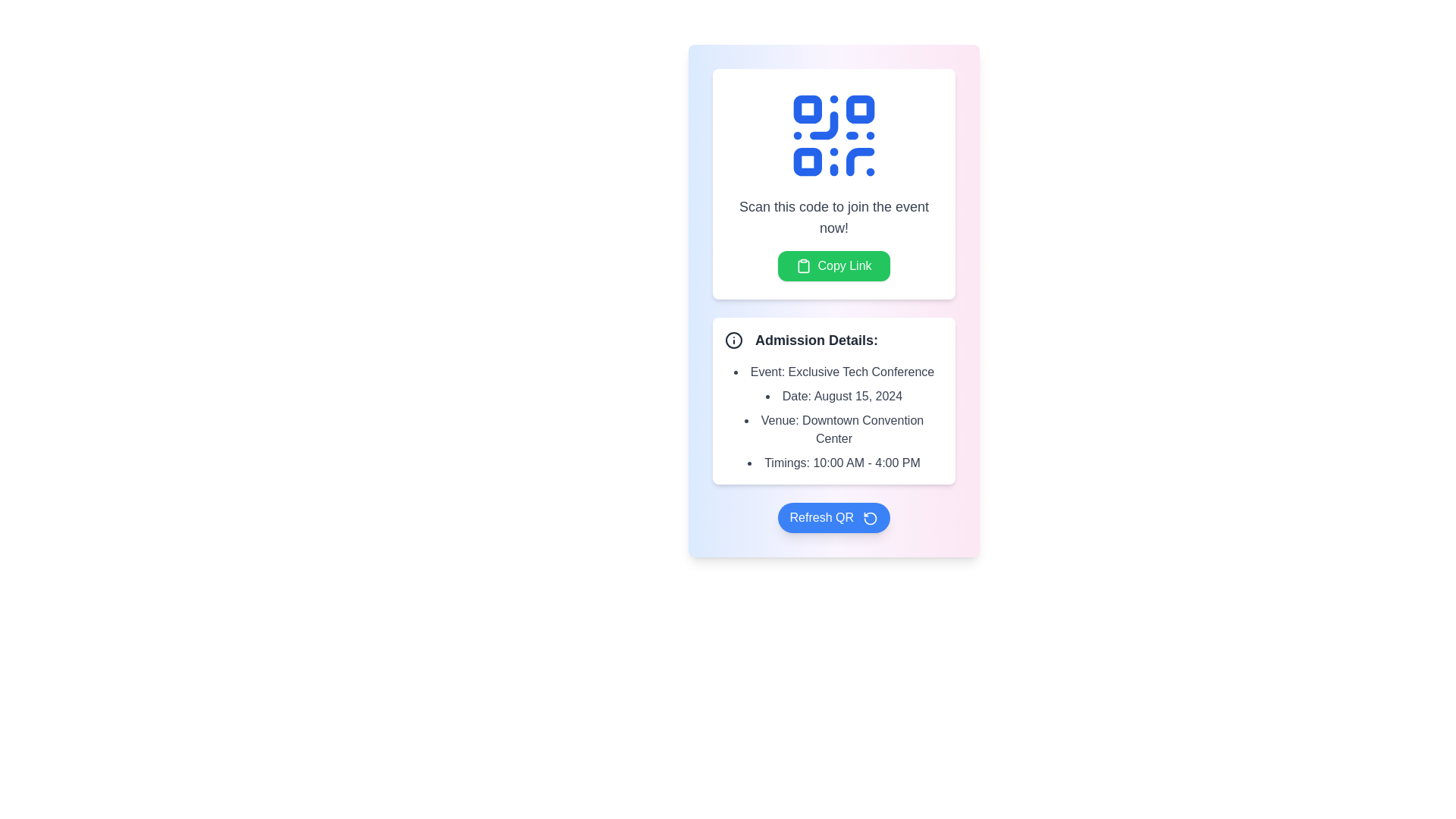  What do you see at coordinates (833, 217) in the screenshot?
I see `the text label that says 'Scan this code to join the event now!', which is styled in gray and located below the QR code and above the 'Copy Link' button` at bounding box center [833, 217].